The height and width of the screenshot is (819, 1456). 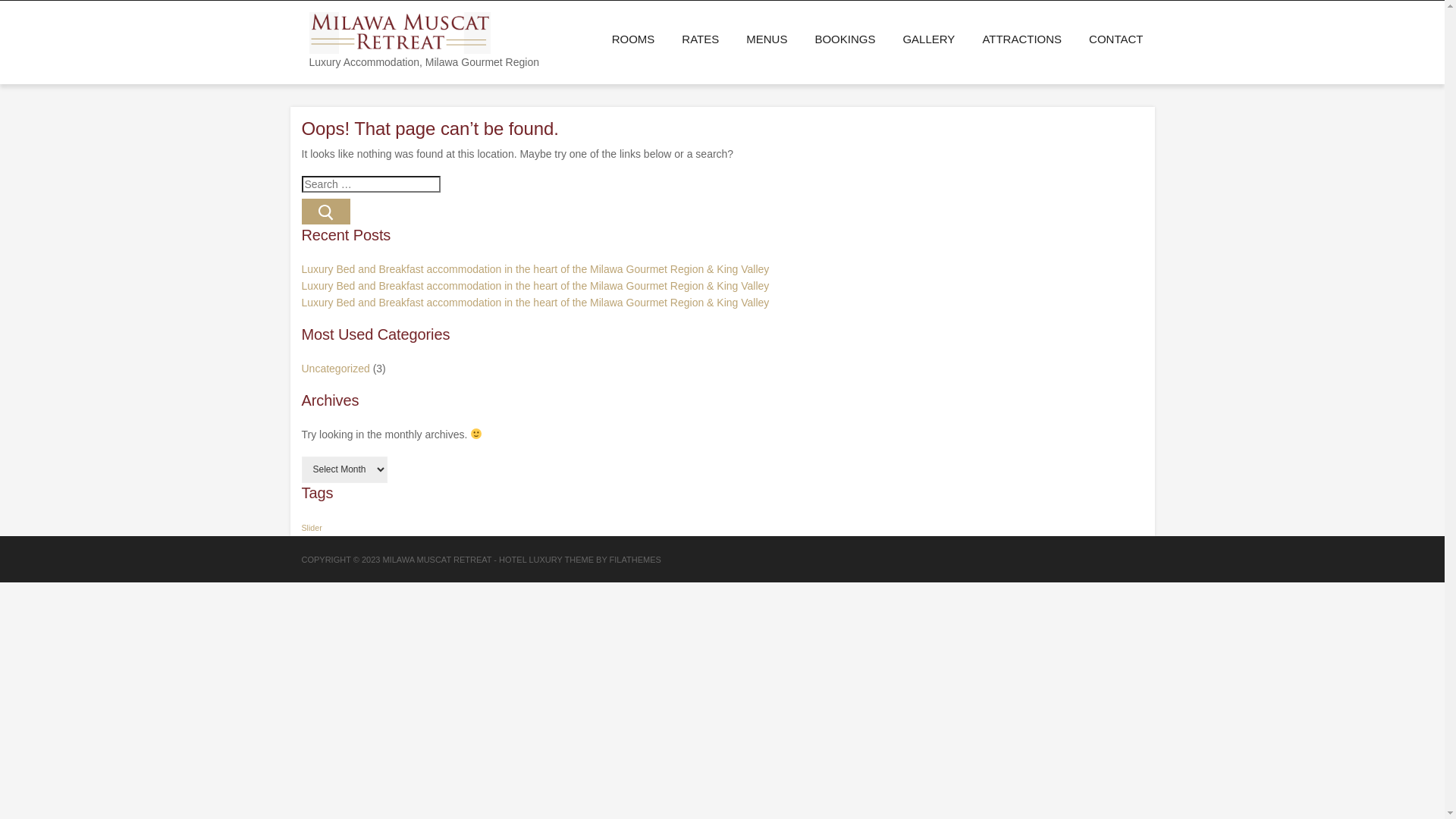 I want to click on 'MENUS', so click(x=767, y=38).